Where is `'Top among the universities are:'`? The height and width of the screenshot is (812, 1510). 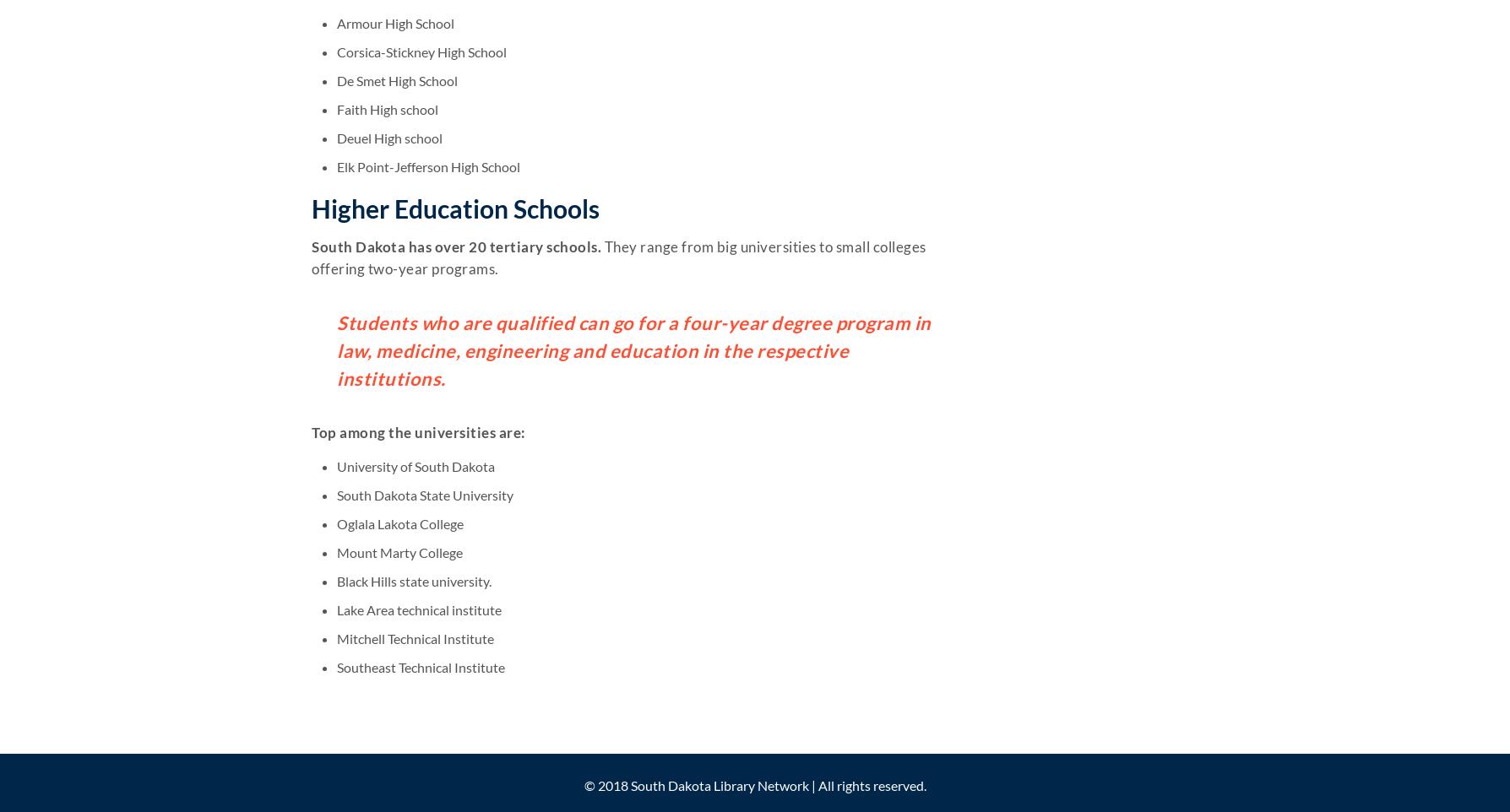
'Top among the universities are:' is located at coordinates (311, 431).